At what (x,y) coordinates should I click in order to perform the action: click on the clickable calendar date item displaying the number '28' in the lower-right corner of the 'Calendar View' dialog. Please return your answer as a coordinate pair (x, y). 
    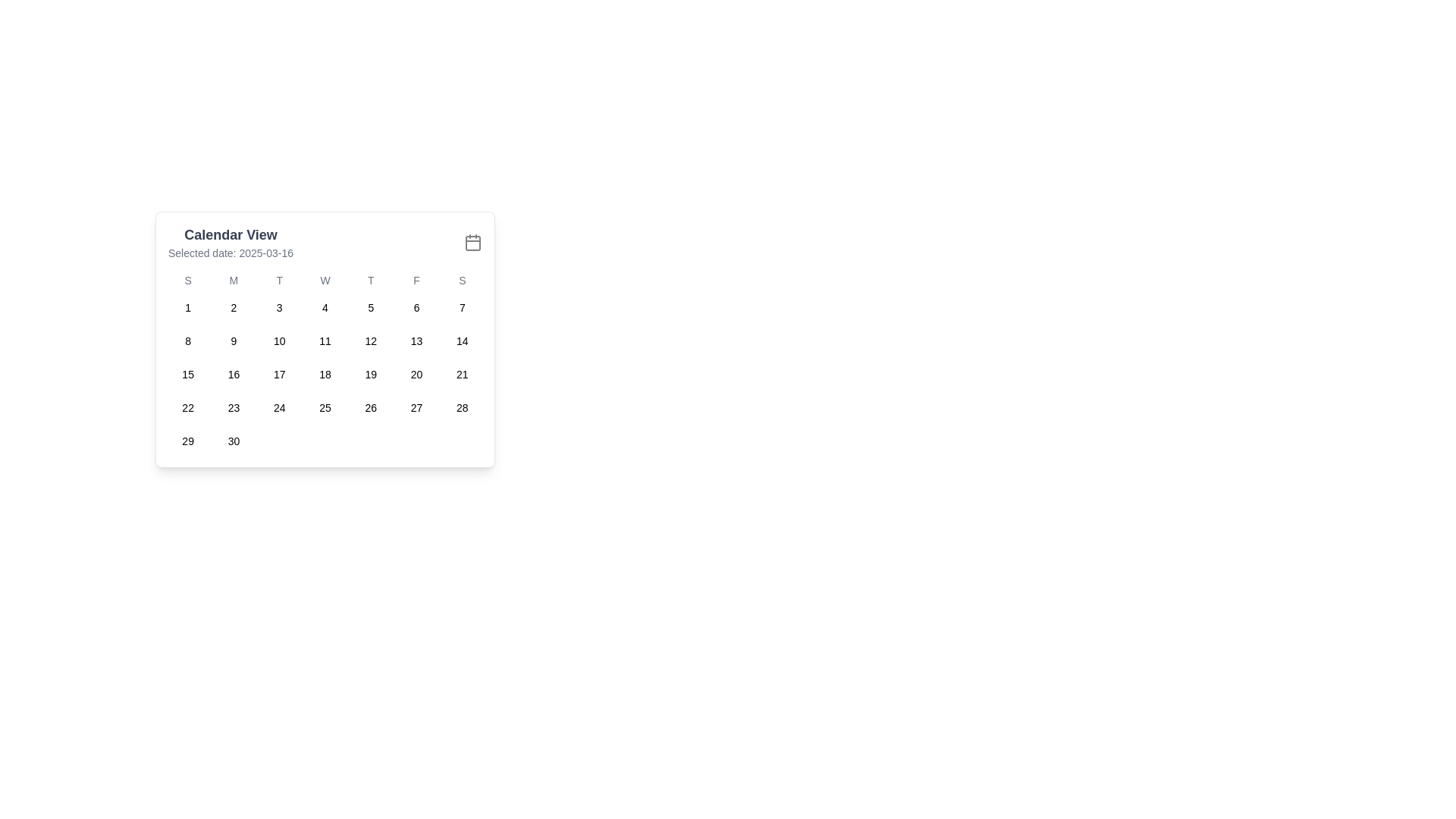
    Looking at the image, I should click on (461, 406).